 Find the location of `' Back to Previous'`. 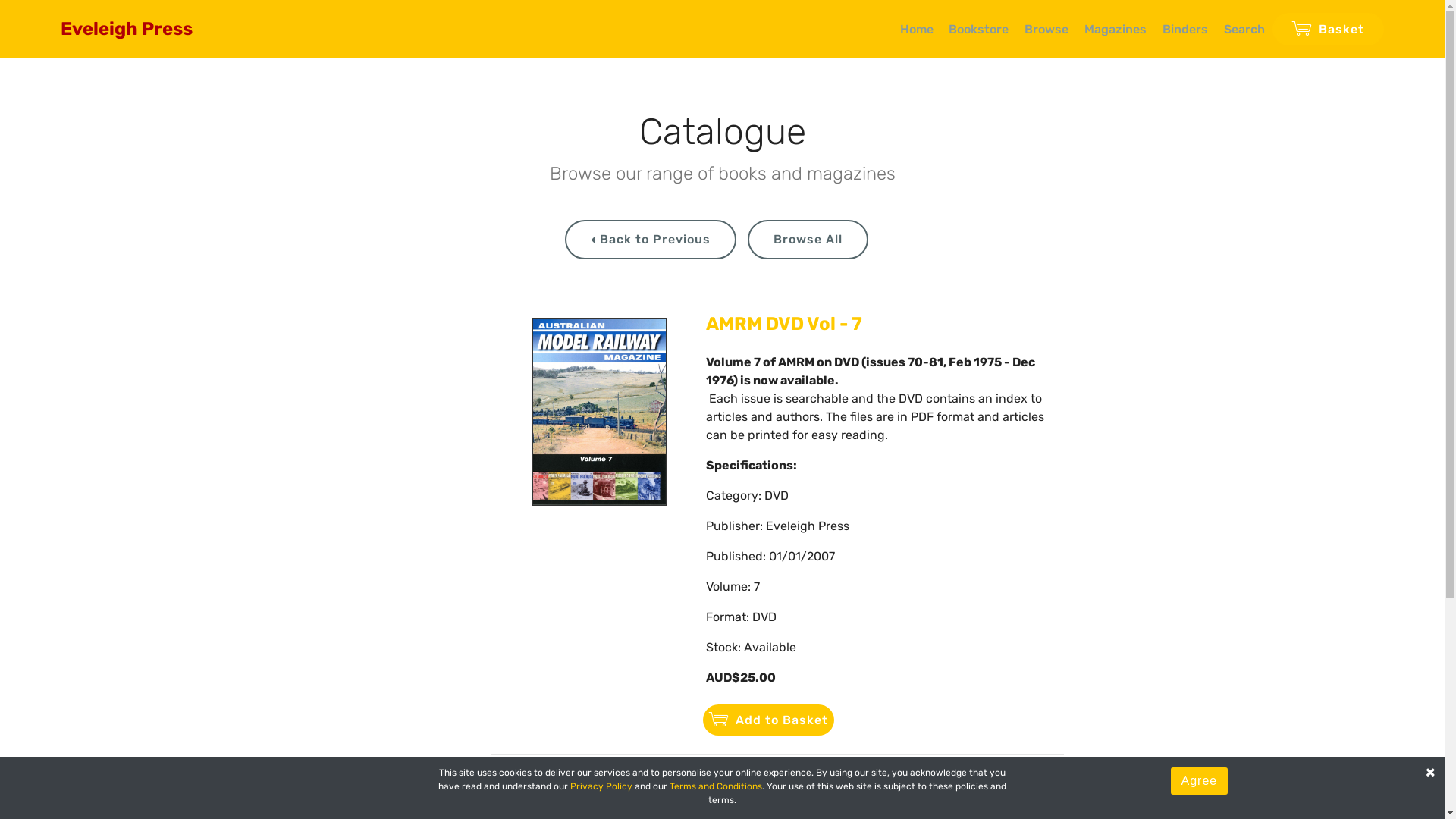

' Back to Previous' is located at coordinates (651, 239).